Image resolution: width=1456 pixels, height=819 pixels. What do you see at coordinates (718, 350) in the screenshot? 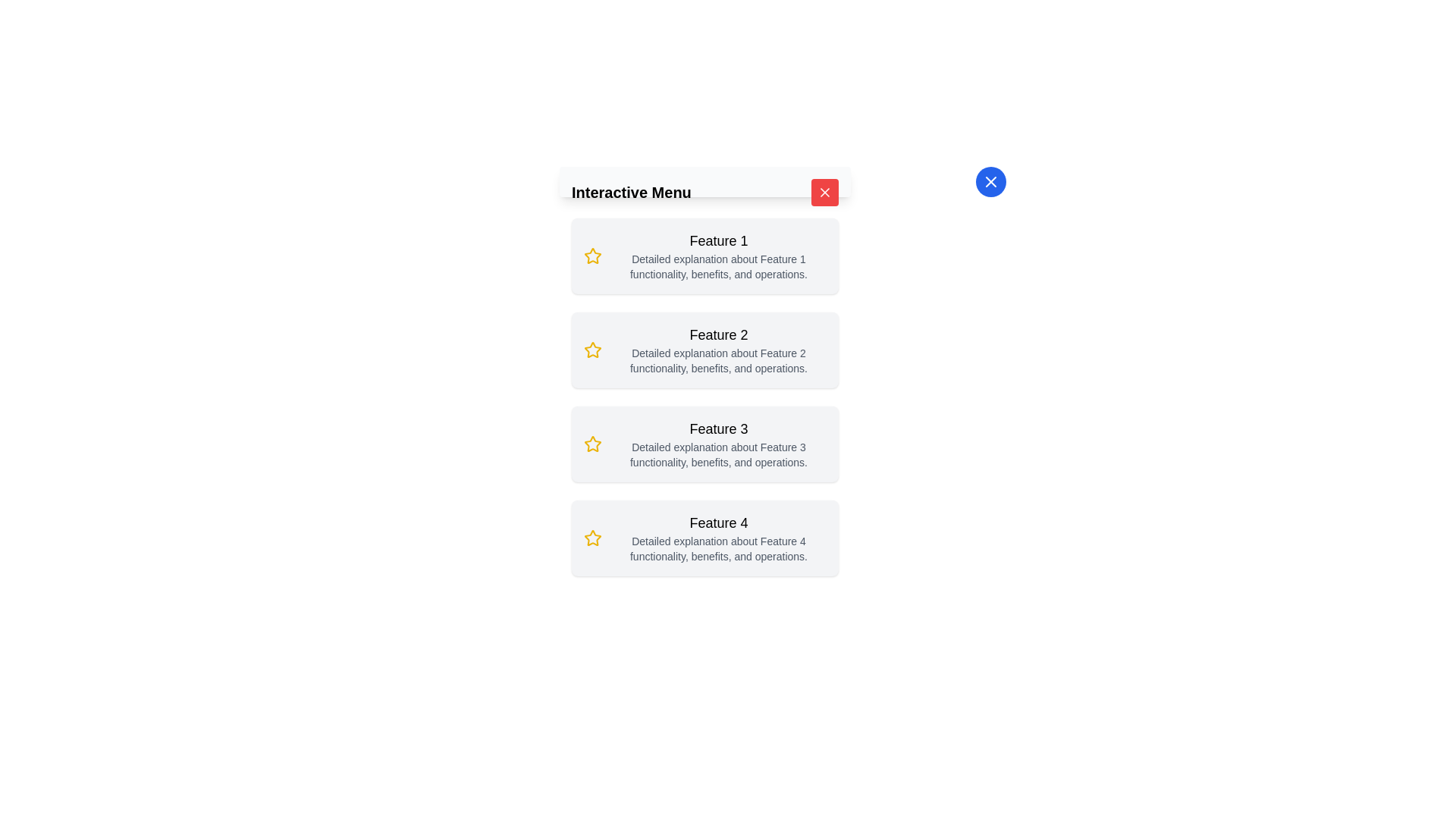
I see `the Text Block informing users about 'Feature 2', which is located directly below 'Feature 1' and above 'Feature 3'` at bounding box center [718, 350].